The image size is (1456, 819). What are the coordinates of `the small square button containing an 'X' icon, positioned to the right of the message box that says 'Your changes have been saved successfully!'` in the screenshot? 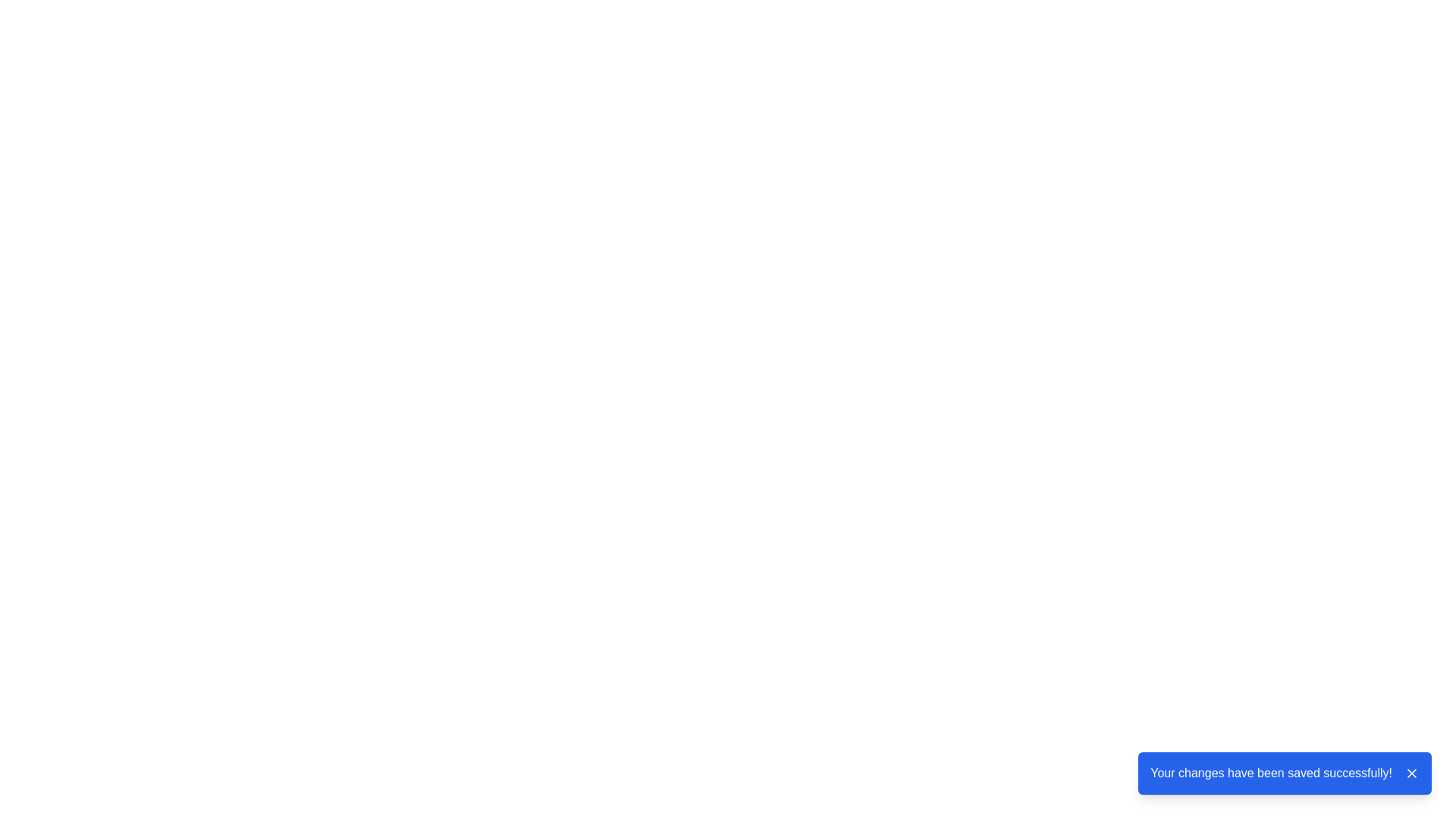 It's located at (1411, 773).